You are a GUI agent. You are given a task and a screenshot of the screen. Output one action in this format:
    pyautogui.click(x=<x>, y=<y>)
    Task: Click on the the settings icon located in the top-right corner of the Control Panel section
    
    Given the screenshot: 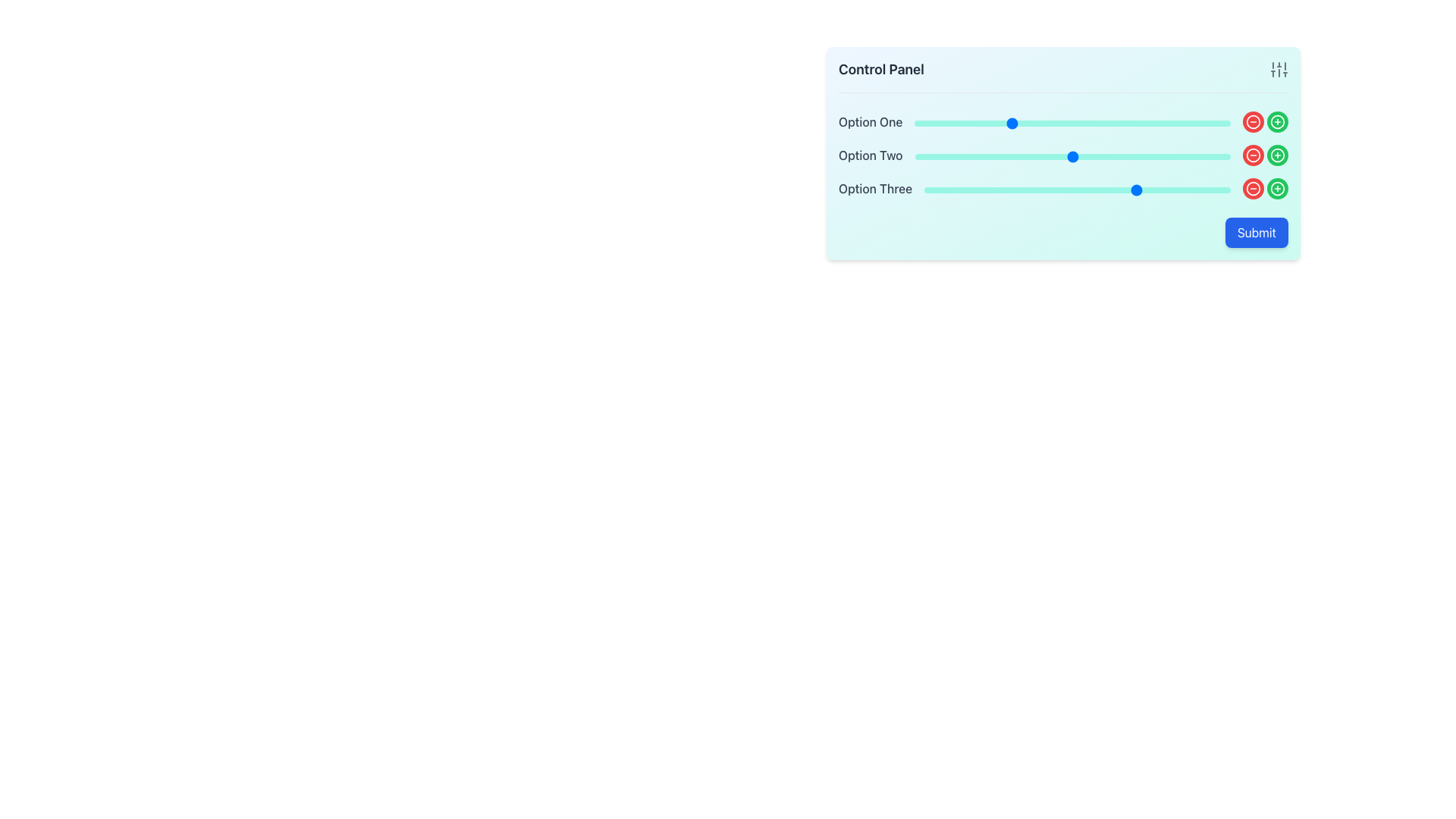 What is the action you would take?
    pyautogui.click(x=1278, y=70)
    